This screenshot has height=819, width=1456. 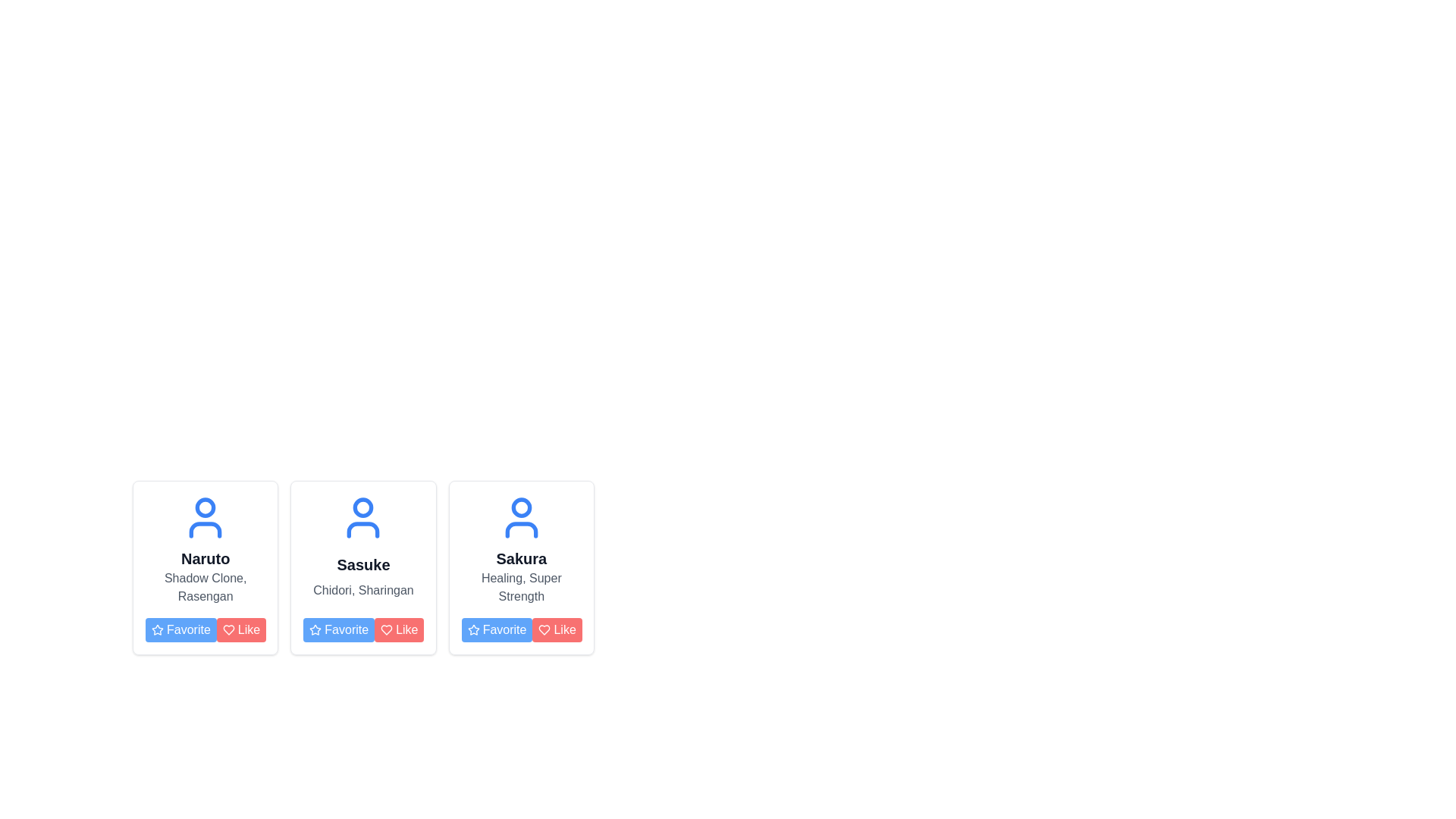 I want to click on the decorative icon part of the user avatar located in the middle card of the horizontally aligned group of three cards, so click(x=362, y=529).